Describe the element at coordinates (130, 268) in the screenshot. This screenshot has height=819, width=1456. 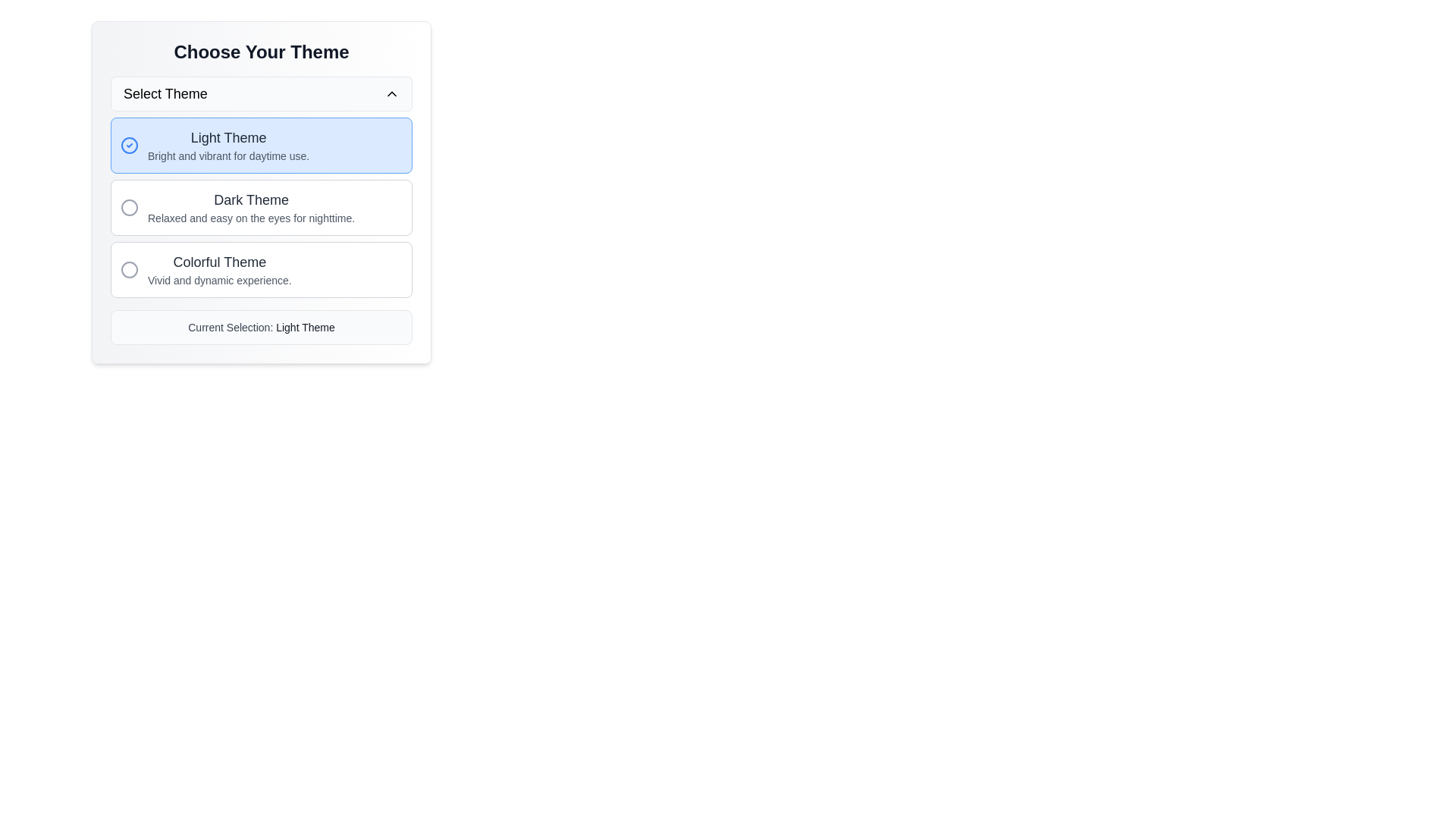
I see `the radio button with a gray outline` at that location.